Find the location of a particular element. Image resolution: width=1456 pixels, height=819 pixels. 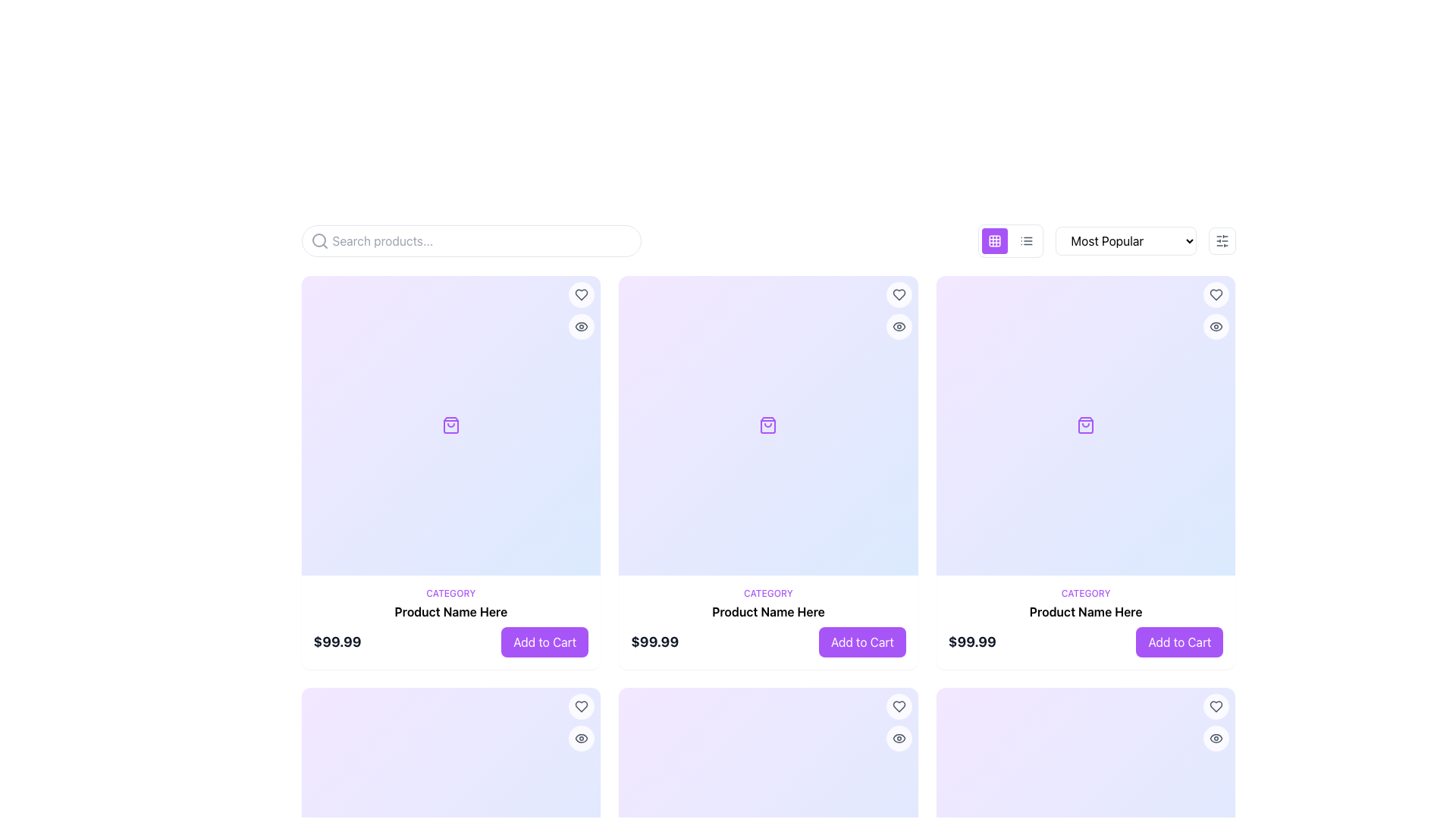

the 'view details' button located in the top-right corner of the card component to trigger visual feedback is located at coordinates (581, 326).